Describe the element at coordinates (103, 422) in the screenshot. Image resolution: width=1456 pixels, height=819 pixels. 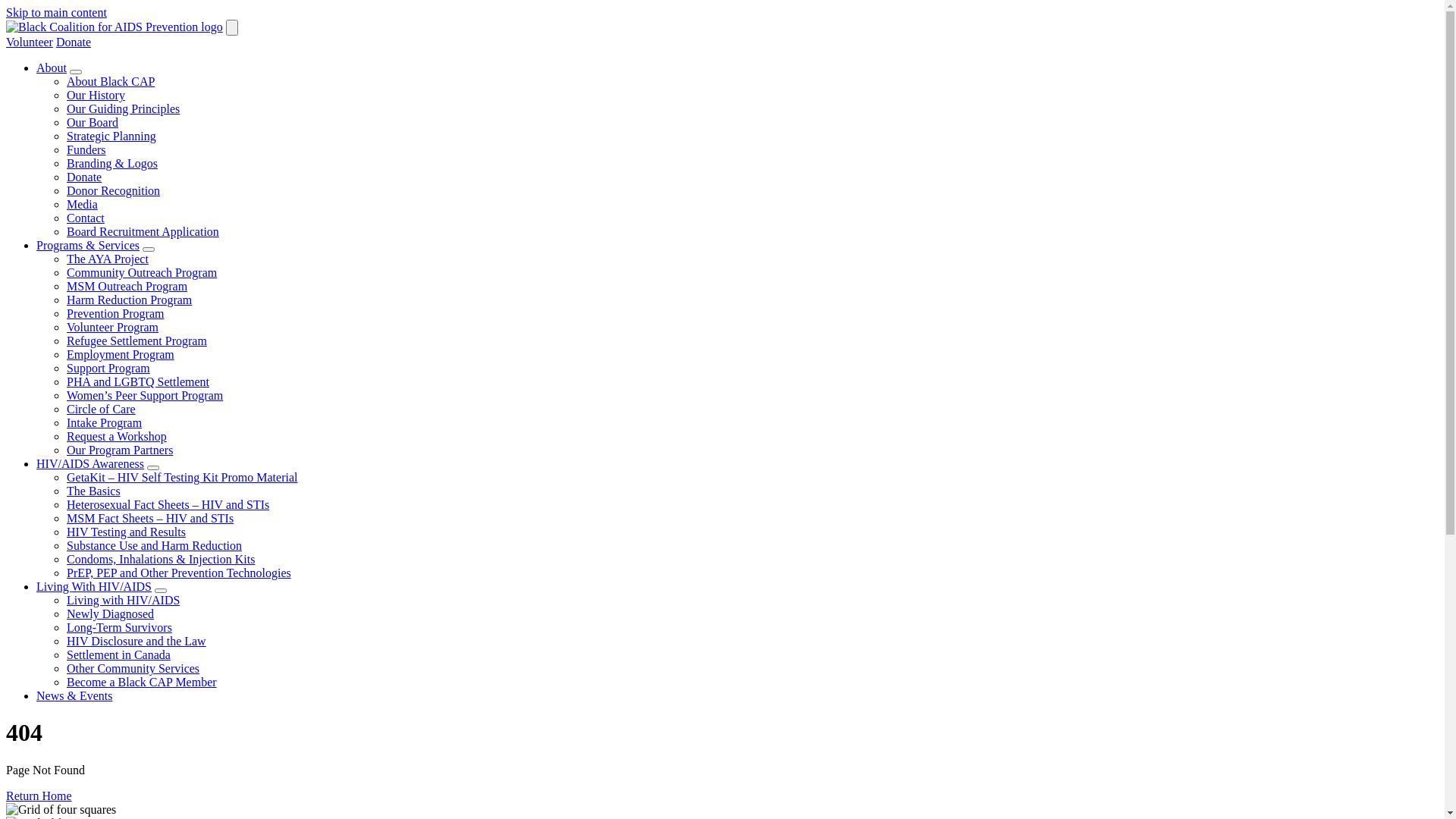
I see `'Intake Program'` at that location.